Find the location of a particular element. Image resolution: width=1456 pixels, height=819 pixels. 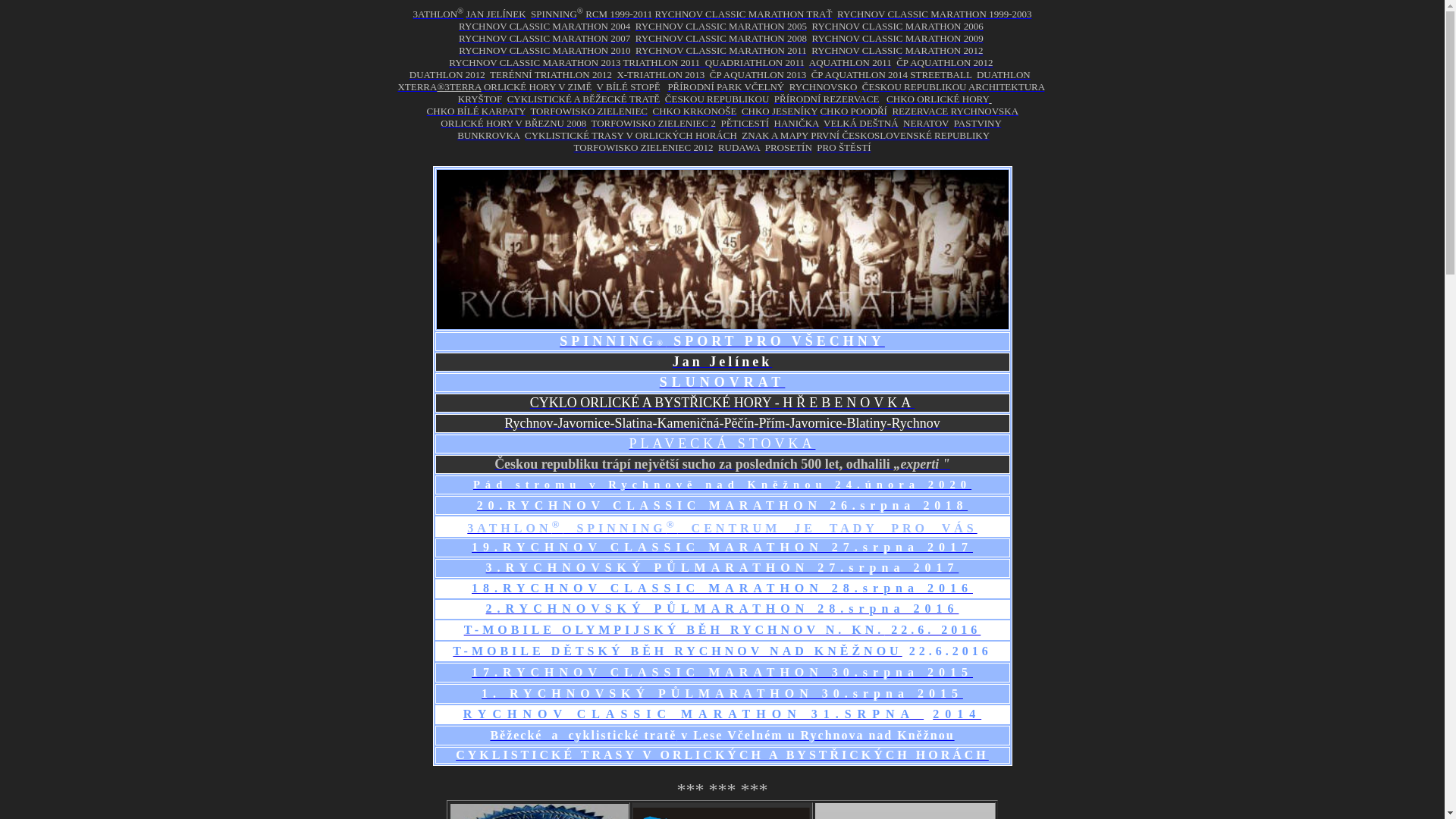

'RYCHNOV CLASSIC MARATHON 2006' is located at coordinates (896, 26).